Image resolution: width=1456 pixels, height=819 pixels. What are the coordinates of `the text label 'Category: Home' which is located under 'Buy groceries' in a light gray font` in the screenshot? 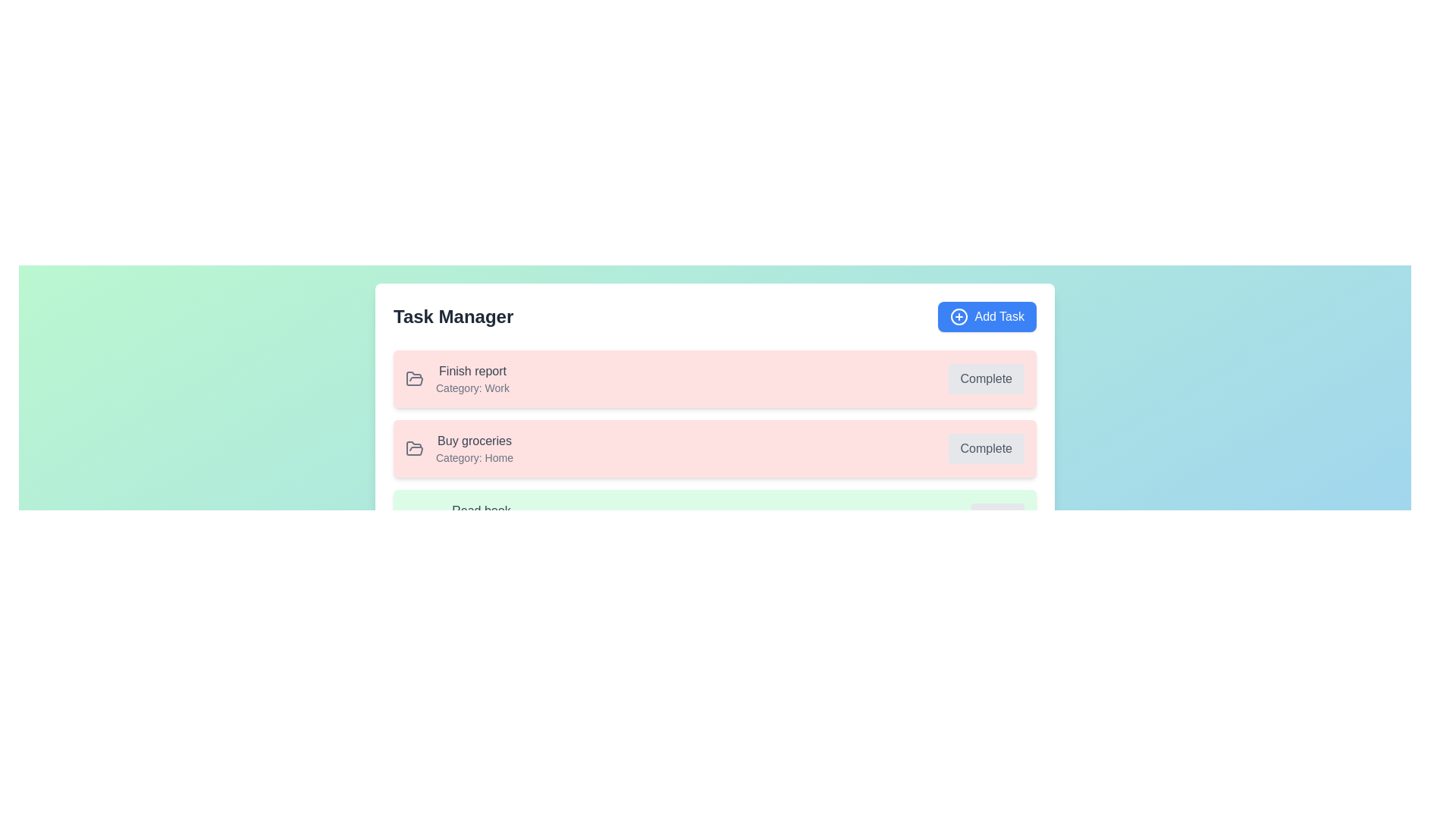 It's located at (473, 457).